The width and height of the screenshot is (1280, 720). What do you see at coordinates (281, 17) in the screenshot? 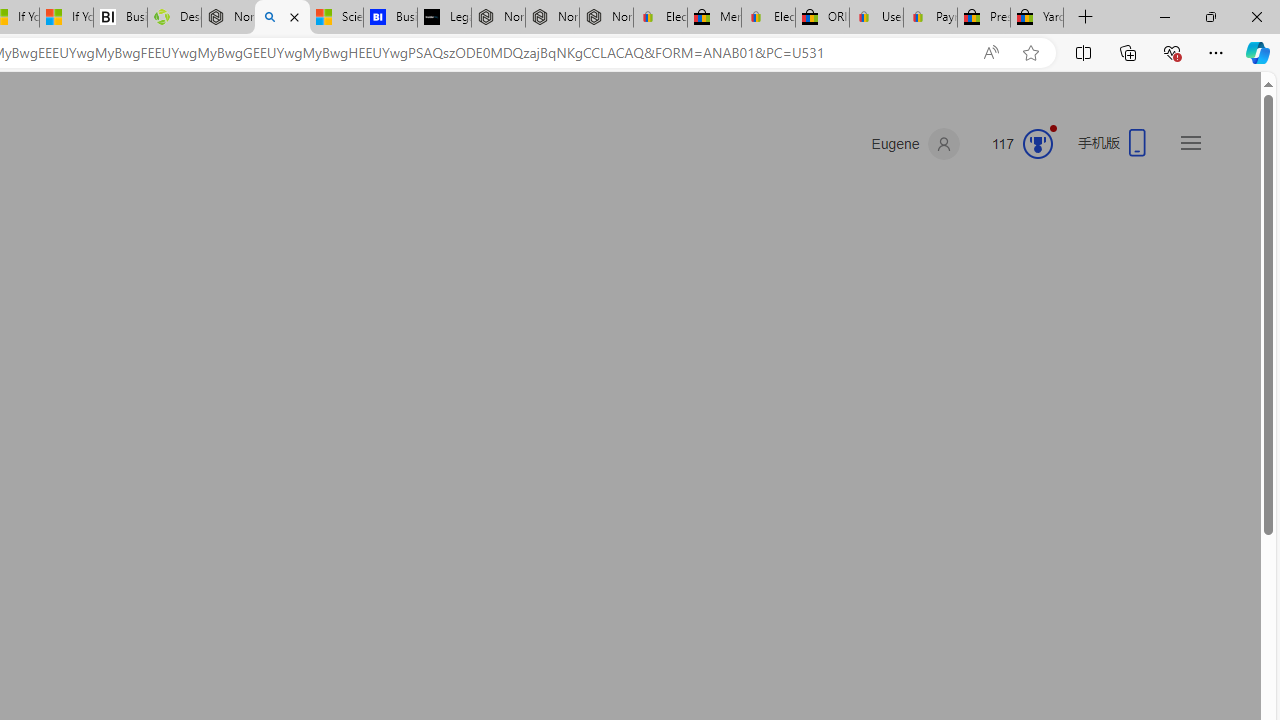
I see `'alabama high school quarterback dies - Search'` at bounding box center [281, 17].